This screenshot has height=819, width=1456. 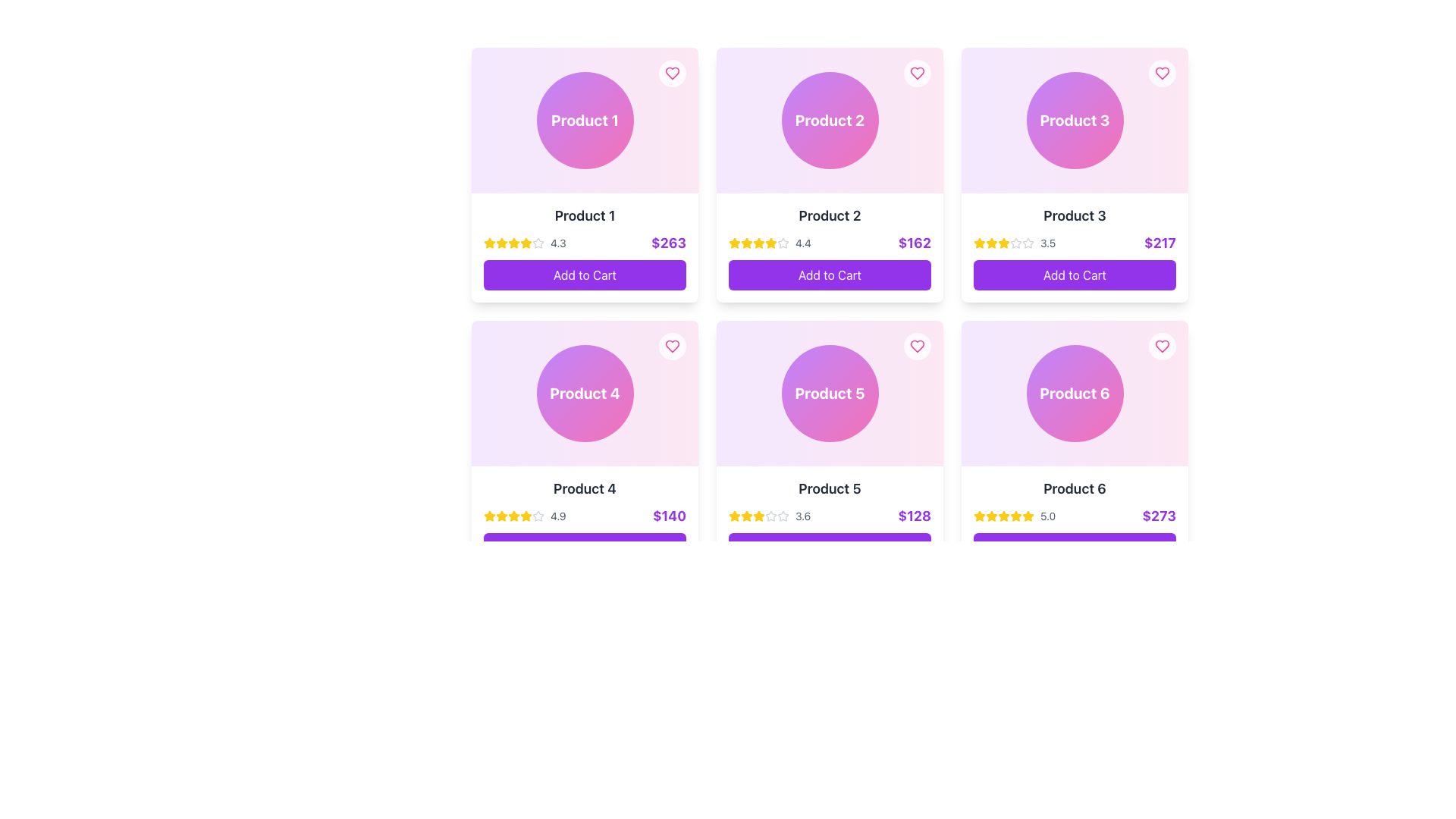 I want to click on the yellow star icon with a filled core located in the bottom-right corner of the card for 'Product 6', which is above the numerical rating, so click(x=1027, y=514).